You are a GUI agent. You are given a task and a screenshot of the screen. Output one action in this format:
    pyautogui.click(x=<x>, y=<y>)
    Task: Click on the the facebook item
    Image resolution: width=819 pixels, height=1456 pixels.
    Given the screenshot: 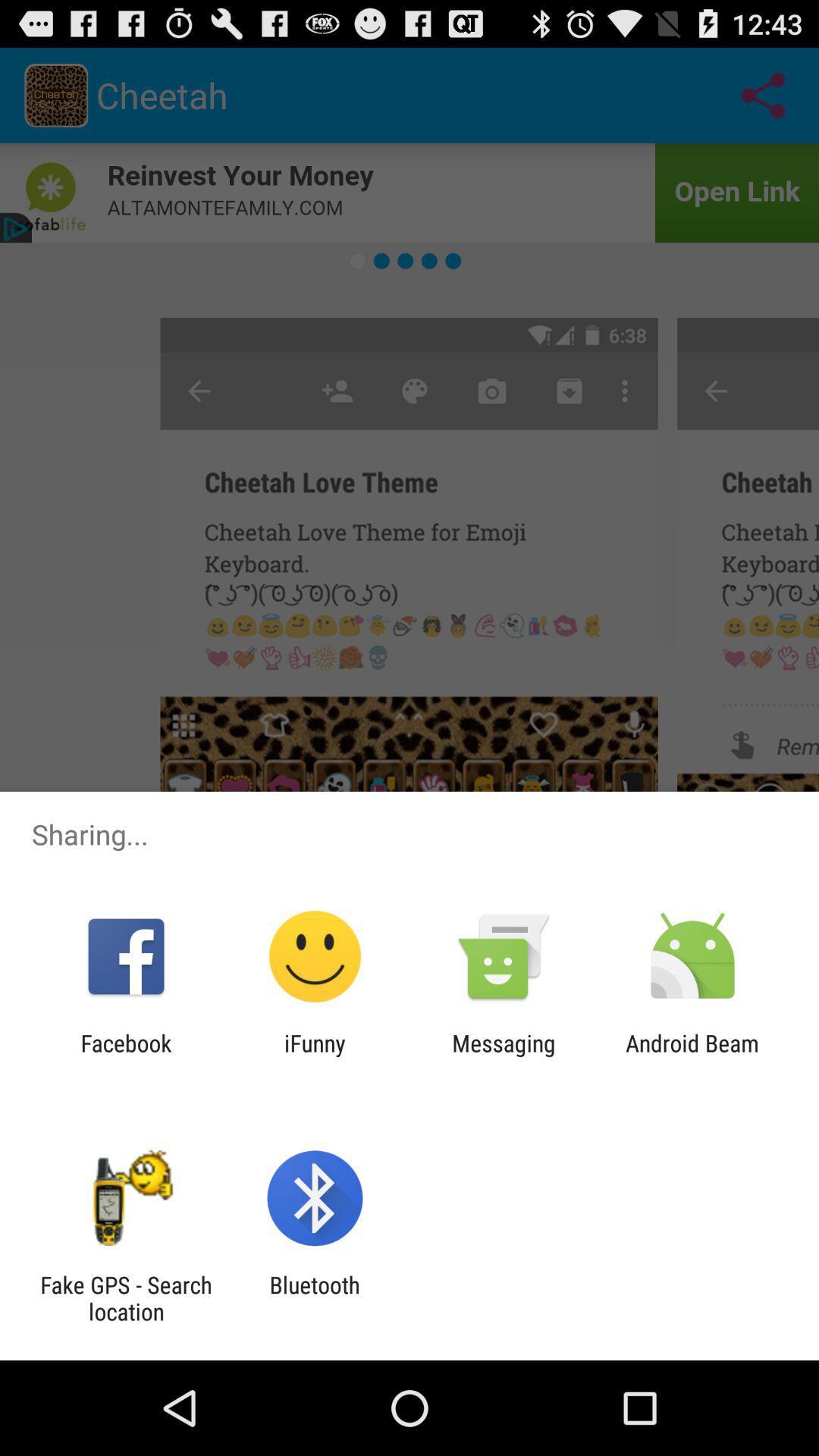 What is the action you would take?
    pyautogui.click(x=125, y=1056)
    